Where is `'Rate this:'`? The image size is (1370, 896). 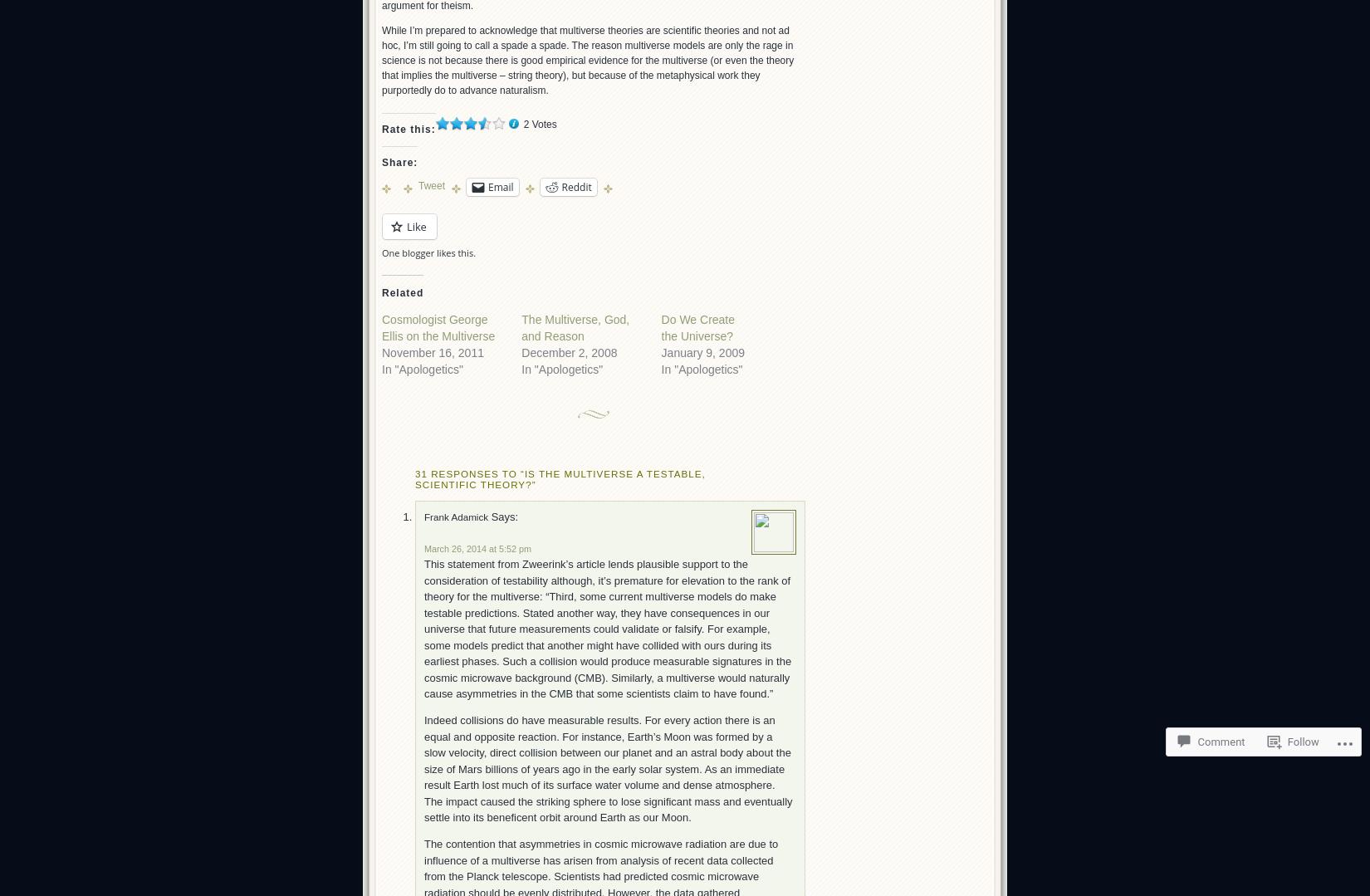
'Rate this:' is located at coordinates (408, 129).